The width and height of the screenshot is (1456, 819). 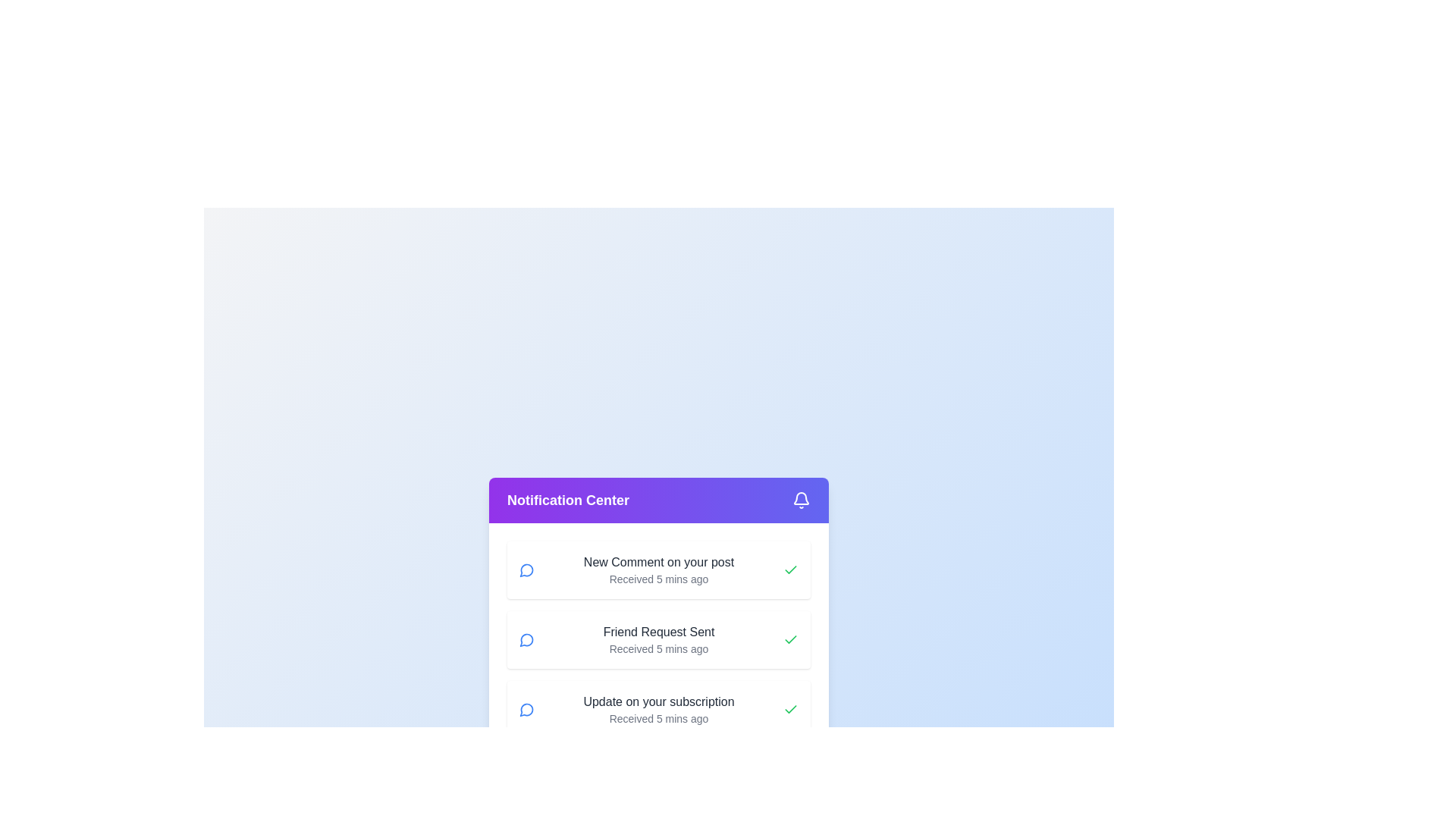 I want to click on the second notification entry in the Notification Center that displays 'Friend Request Sent', so click(x=658, y=640).